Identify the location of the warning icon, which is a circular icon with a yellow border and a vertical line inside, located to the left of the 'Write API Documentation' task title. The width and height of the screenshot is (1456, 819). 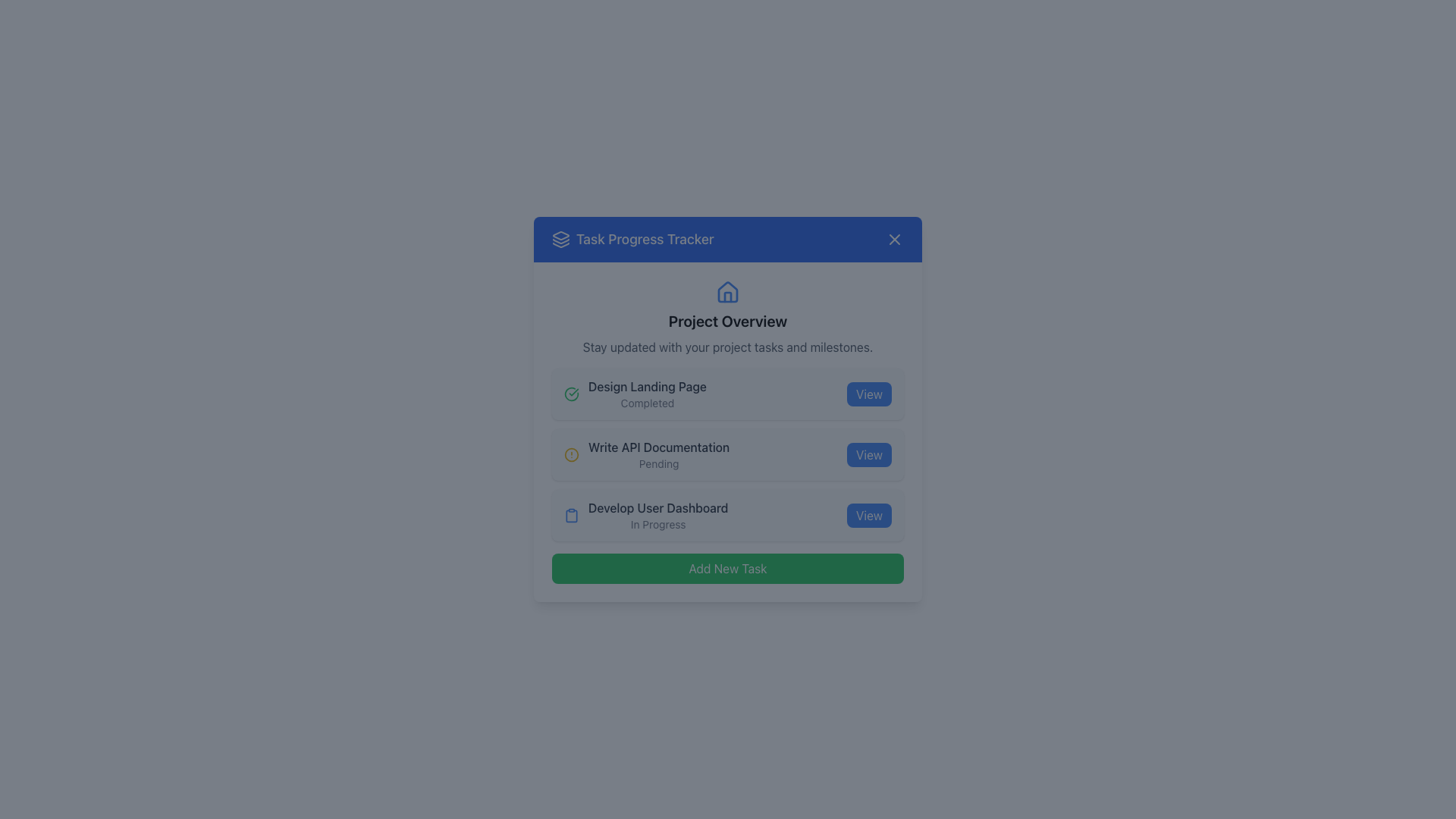
(570, 454).